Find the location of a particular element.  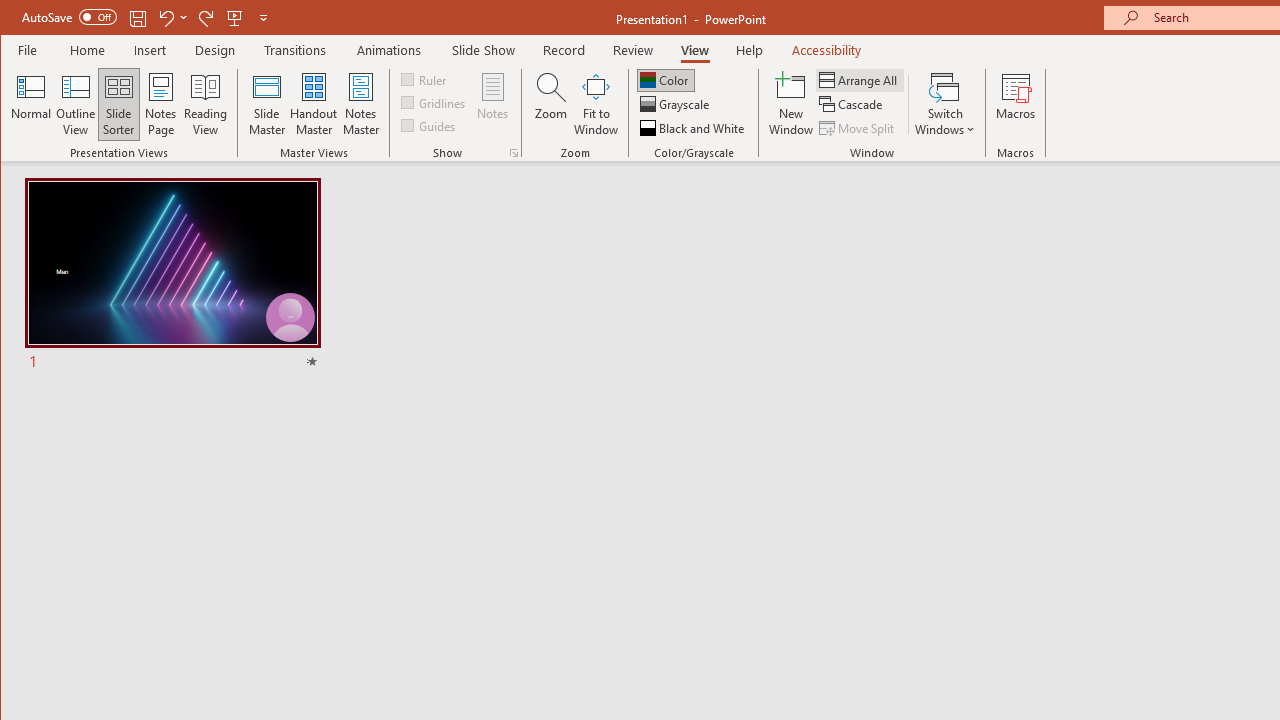

'Black and White' is located at coordinates (694, 128).